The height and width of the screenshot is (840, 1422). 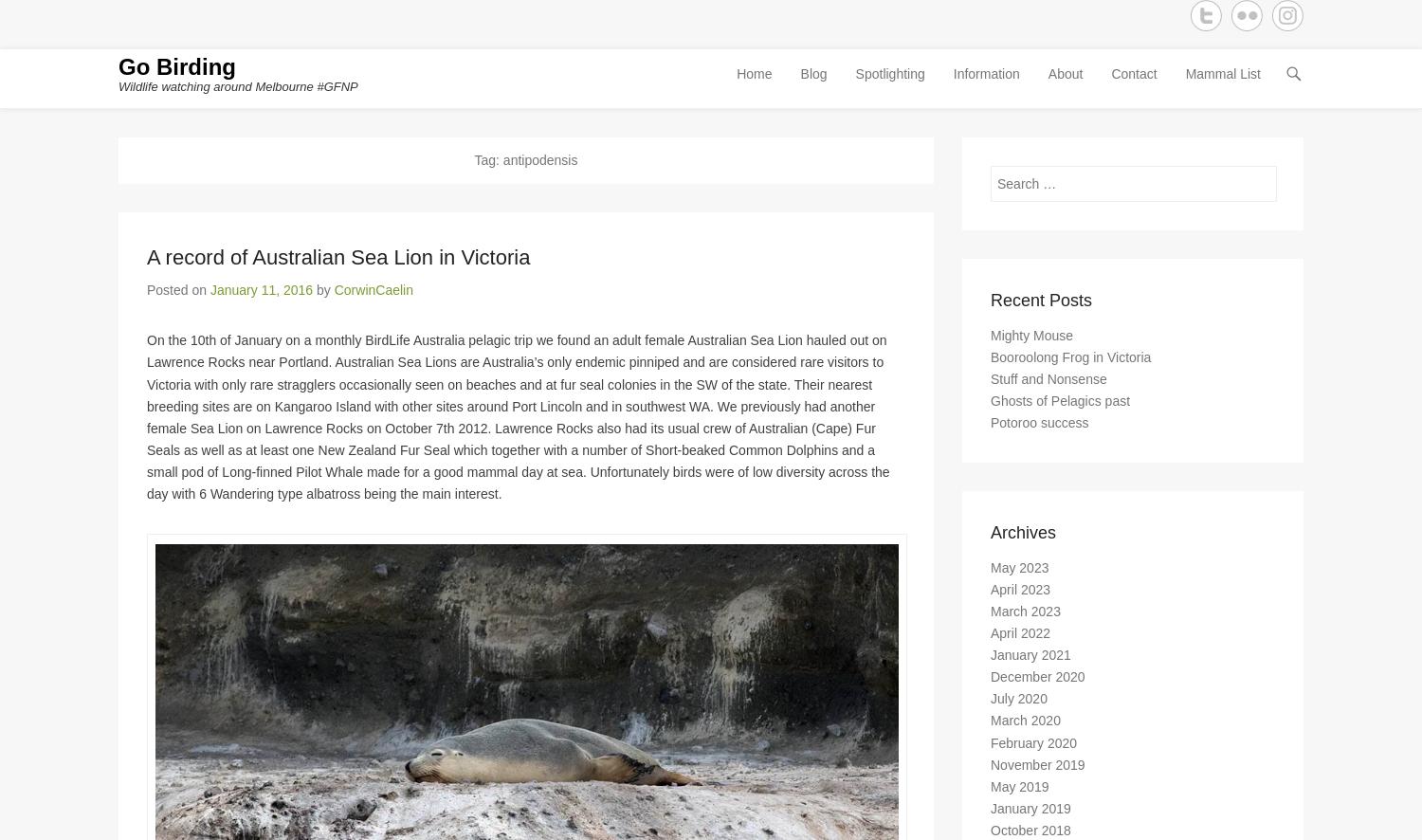 I want to click on 'by', so click(x=321, y=296).